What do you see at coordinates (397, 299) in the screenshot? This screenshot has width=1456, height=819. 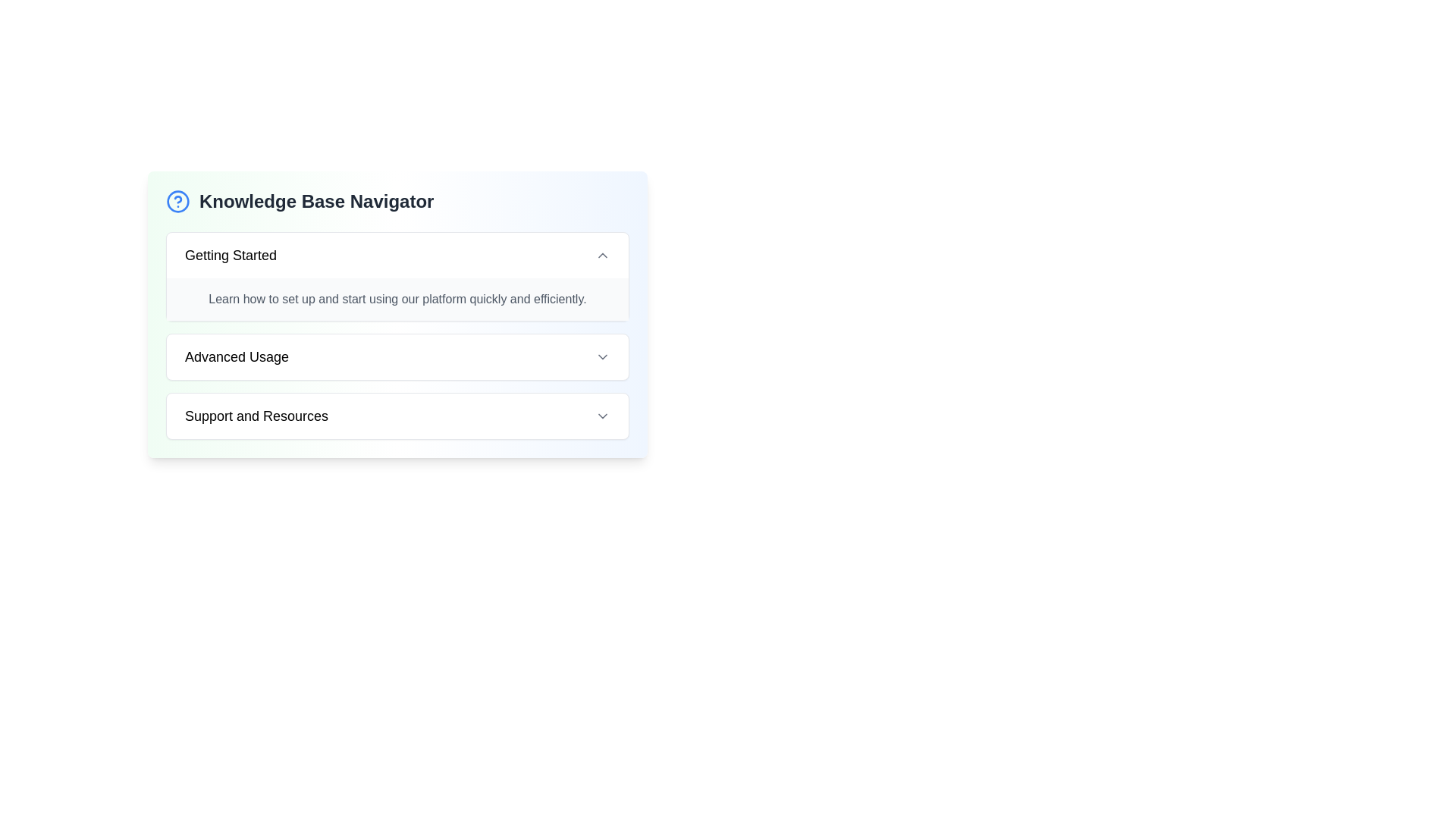 I see `text description that is styled in gray font on a light gray background, located in the lower half of the 'Getting Started' block, which reads: 'Learn how to set up and start using our platform quickly and efficiently.'` at bounding box center [397, 299].